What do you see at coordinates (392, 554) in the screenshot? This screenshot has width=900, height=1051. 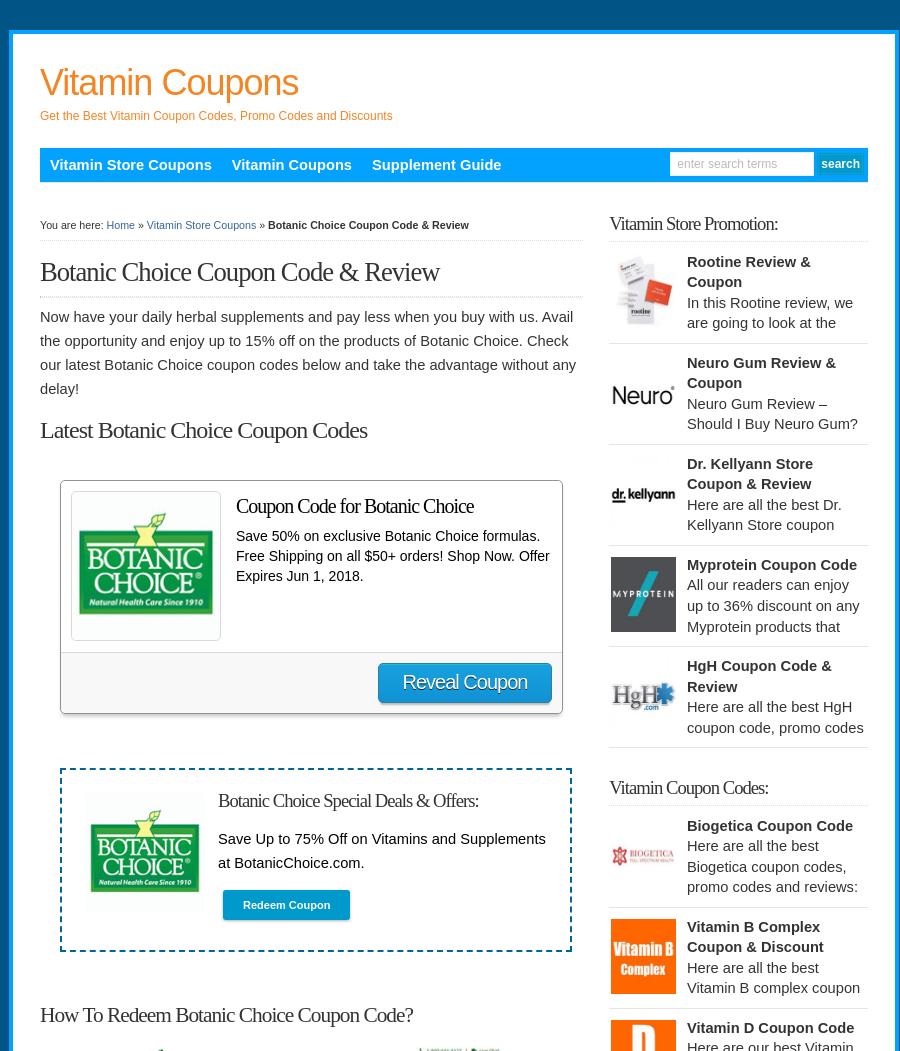 I see `'Save 50% on exclusive Botanic Choice formulas. Free Shipping on all $50+ orders! Shop Now. Offer Expires Jun 1, 2018.'` at bounding box center [392, 554].